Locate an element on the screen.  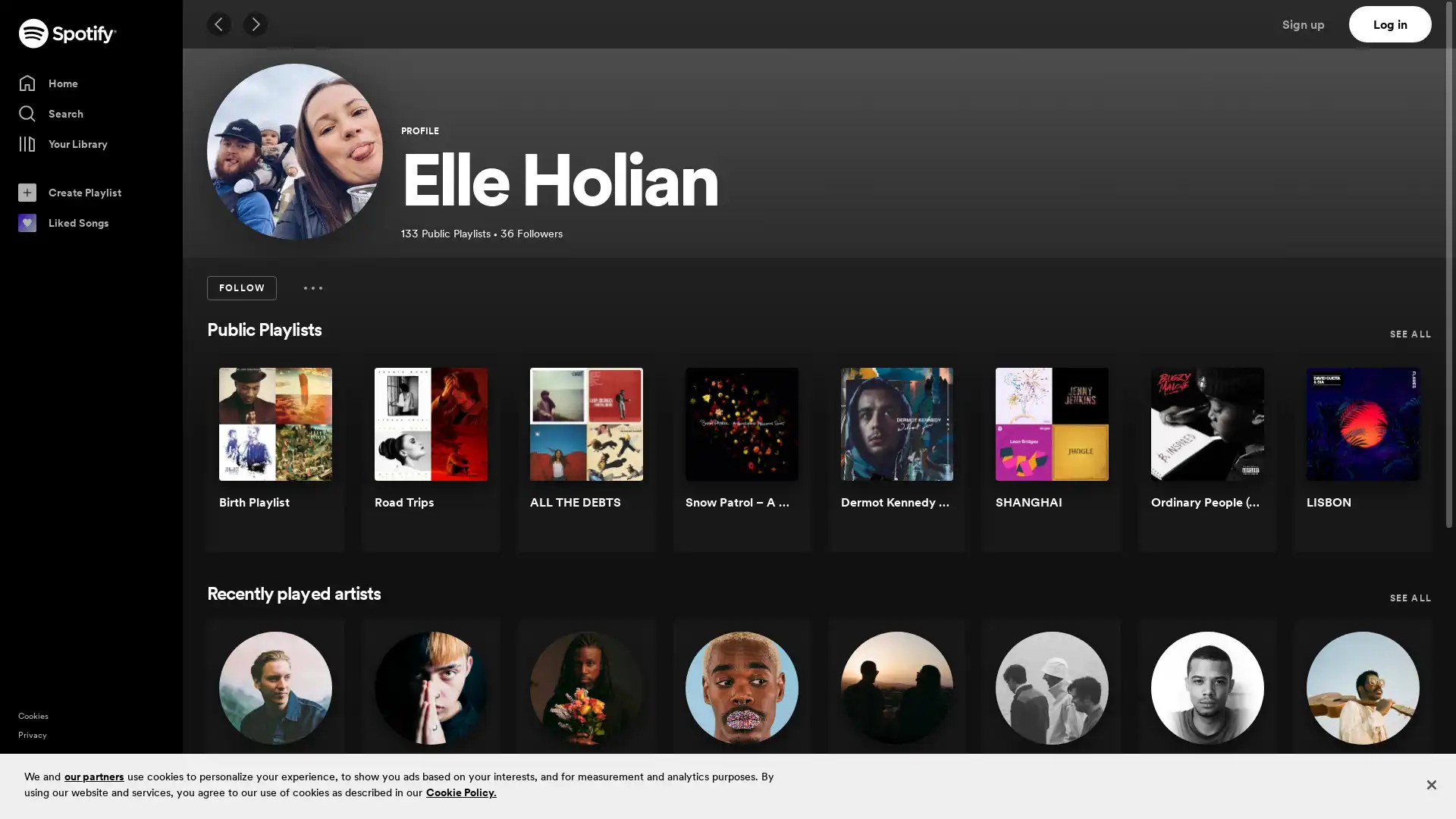
Play Aaron Taylor is located at coordinates (618, 724).